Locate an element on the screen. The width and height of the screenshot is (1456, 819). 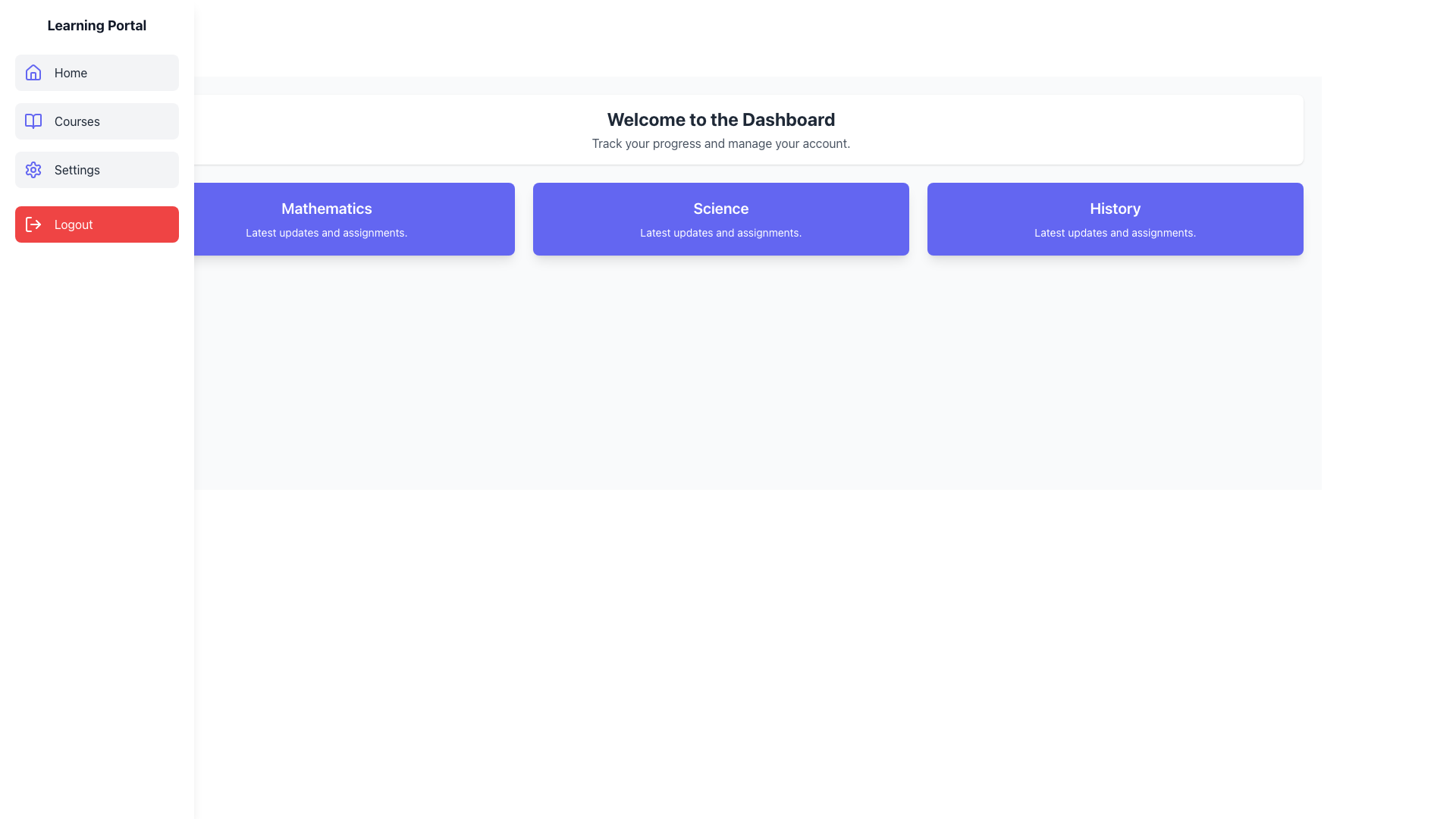
the left vertical rectangle of the door-like icon within the house-shaped vector graphic in the 'Home' menu item is located at coordinates (33, 76).